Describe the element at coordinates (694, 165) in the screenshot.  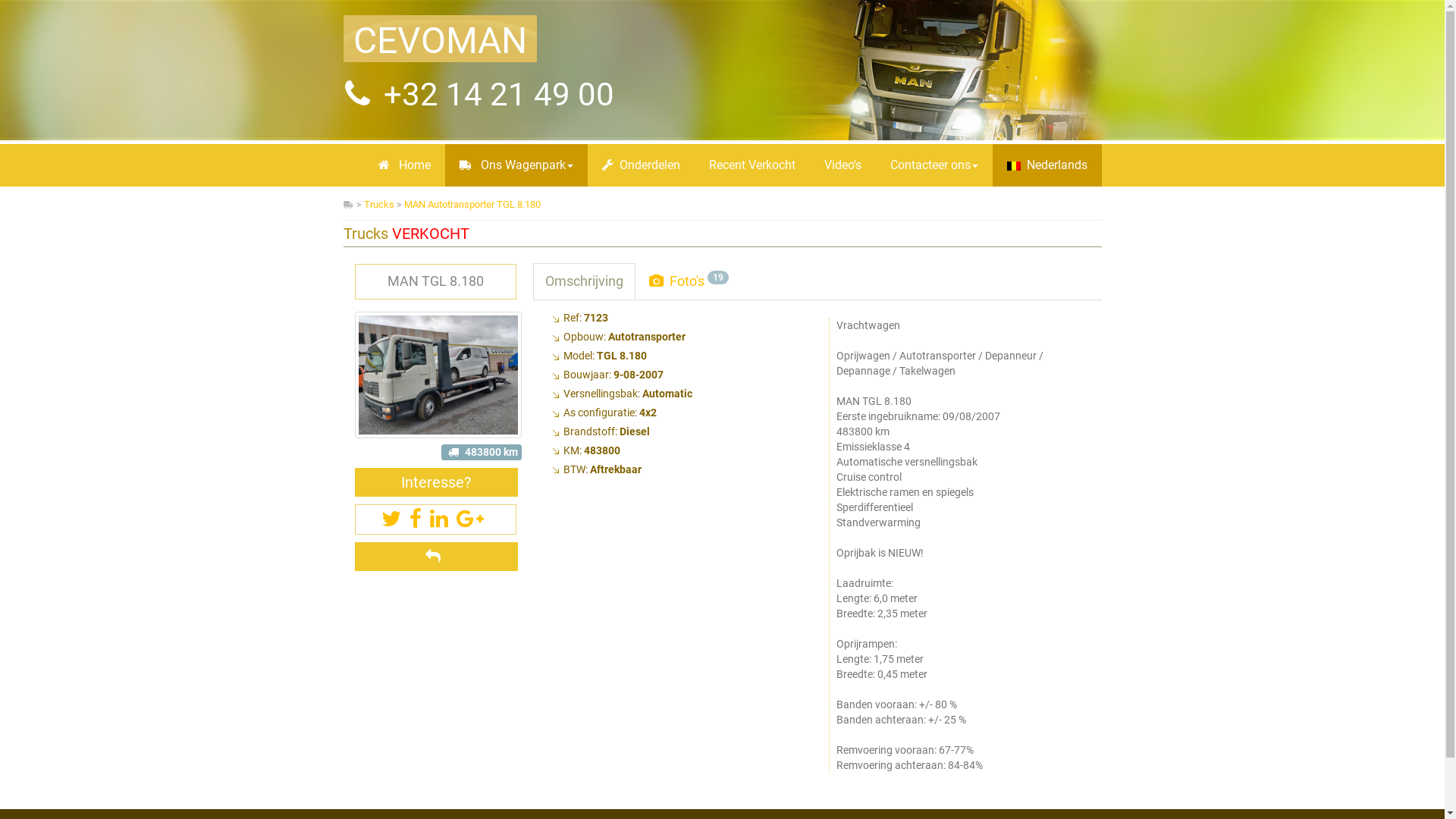
I see `'Recent Verkocht'` at that location.